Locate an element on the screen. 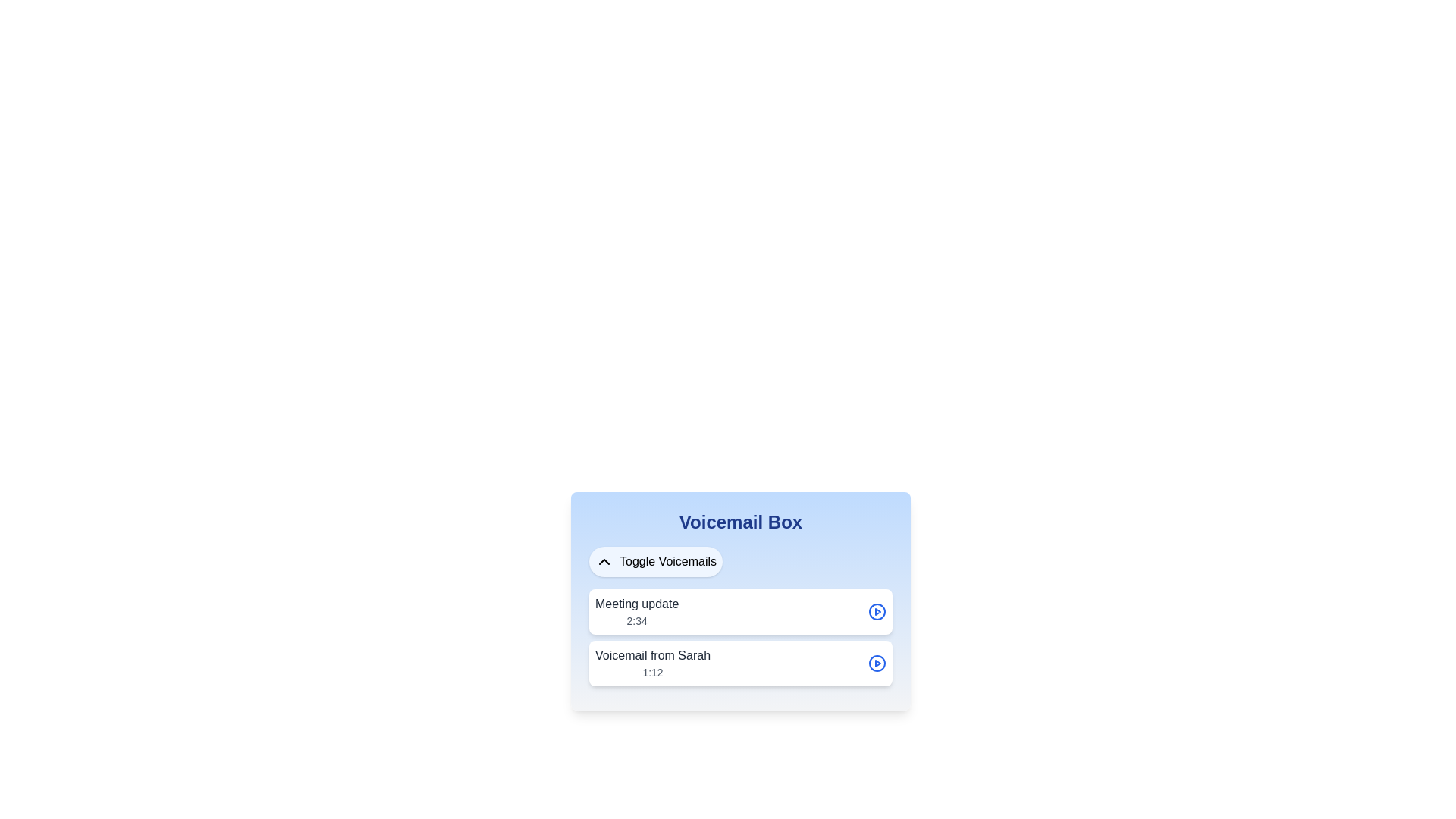 Image resolution: width=1456 pixels, height=819 pixels. the Play button represented by a circular shape with a blue border and a white fill, which is located to the right of the text label 'Meeting update' in the Voicemail Box is located at coordinates (877, 663).